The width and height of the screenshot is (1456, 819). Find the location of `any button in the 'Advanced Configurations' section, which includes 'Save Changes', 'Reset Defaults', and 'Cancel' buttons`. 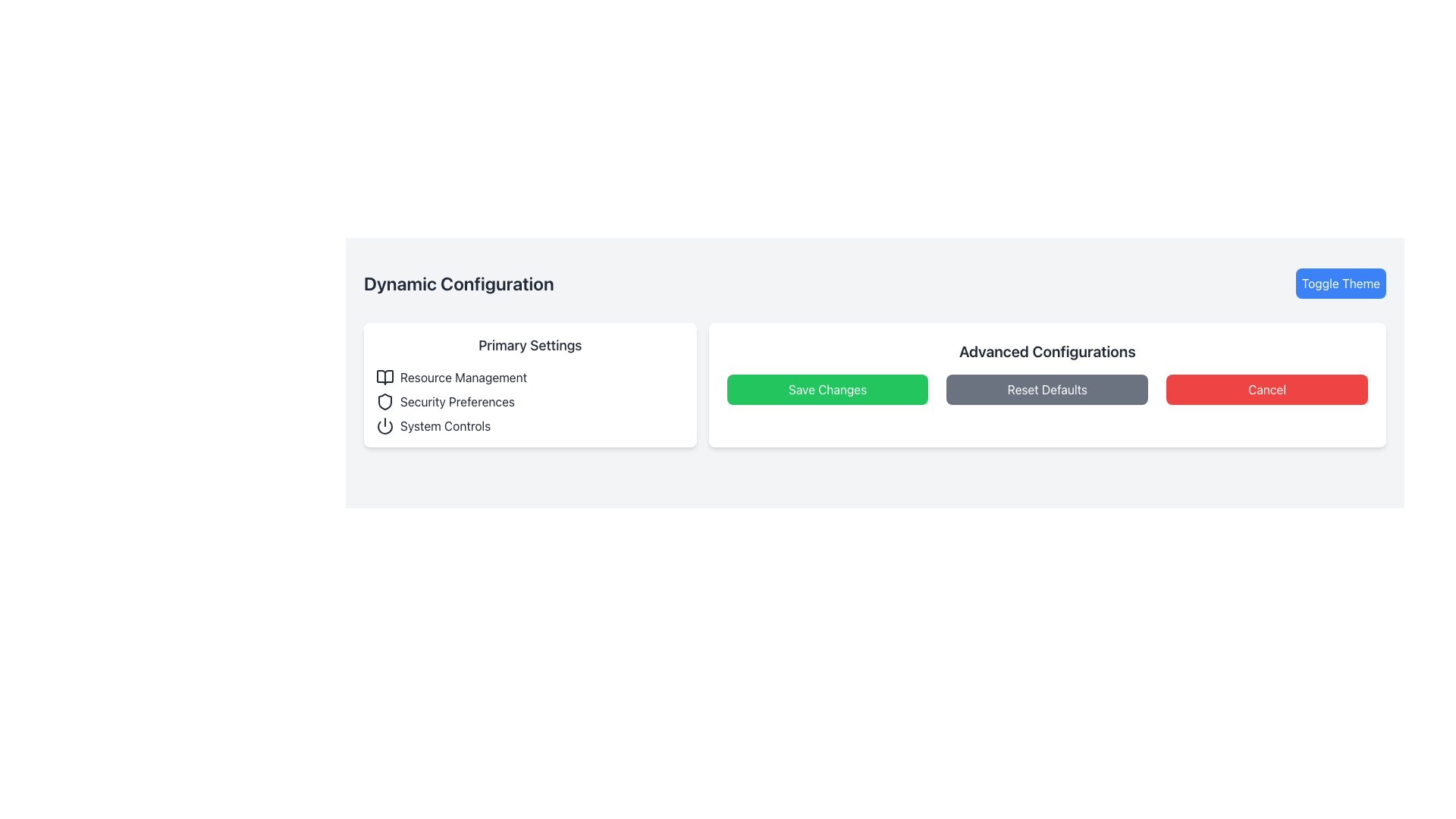

any button in the 'Advanced Configurations' section, which includes 'Save Changes', 'Reset Defaults', and 'Cancel' buttons is located at coordinates (1046, 384).